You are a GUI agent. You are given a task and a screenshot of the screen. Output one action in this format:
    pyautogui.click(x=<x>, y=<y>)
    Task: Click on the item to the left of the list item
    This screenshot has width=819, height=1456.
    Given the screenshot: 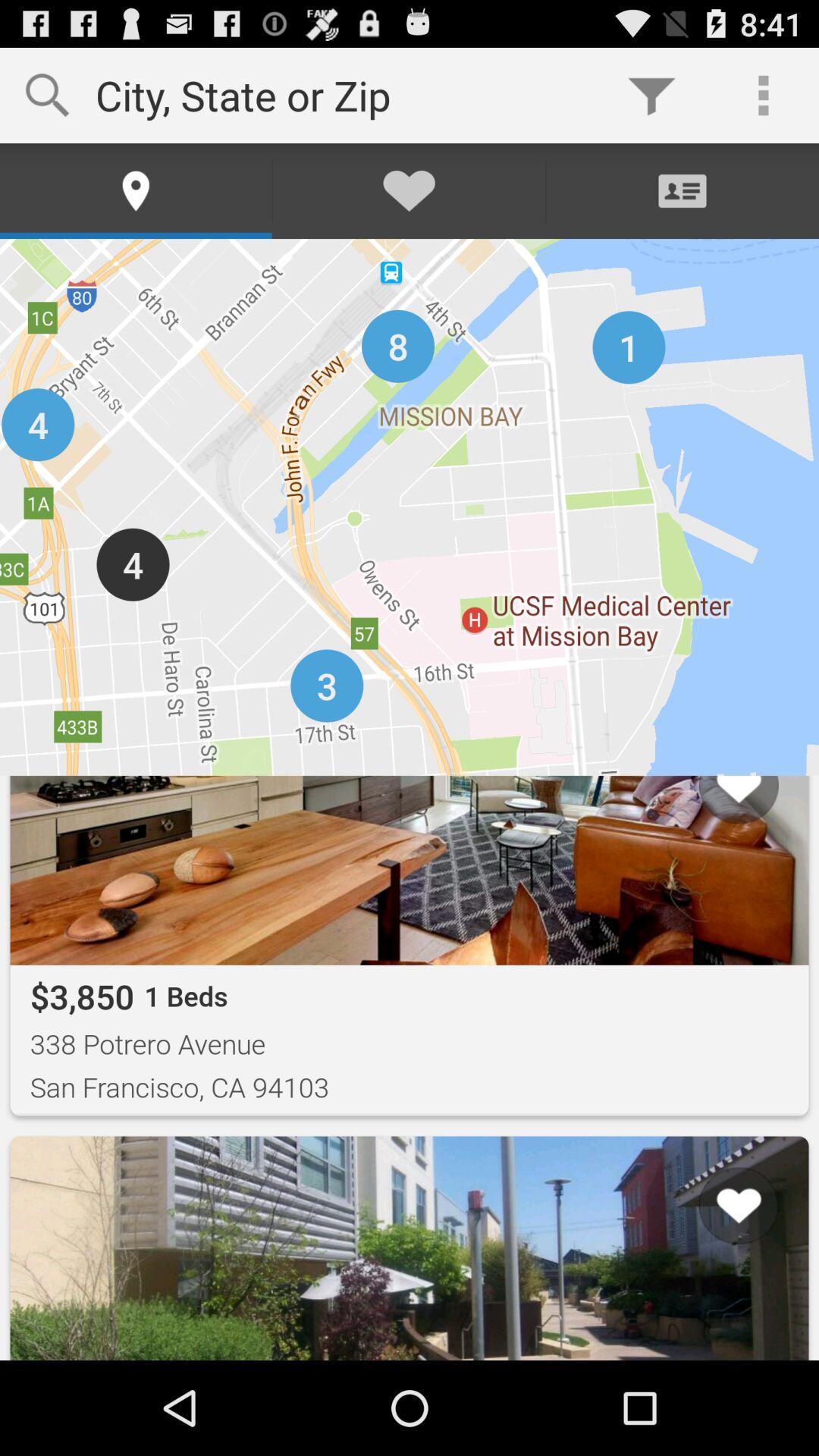 What is the action you would take?
    pyautogui.click(x=57, y=1301)
    